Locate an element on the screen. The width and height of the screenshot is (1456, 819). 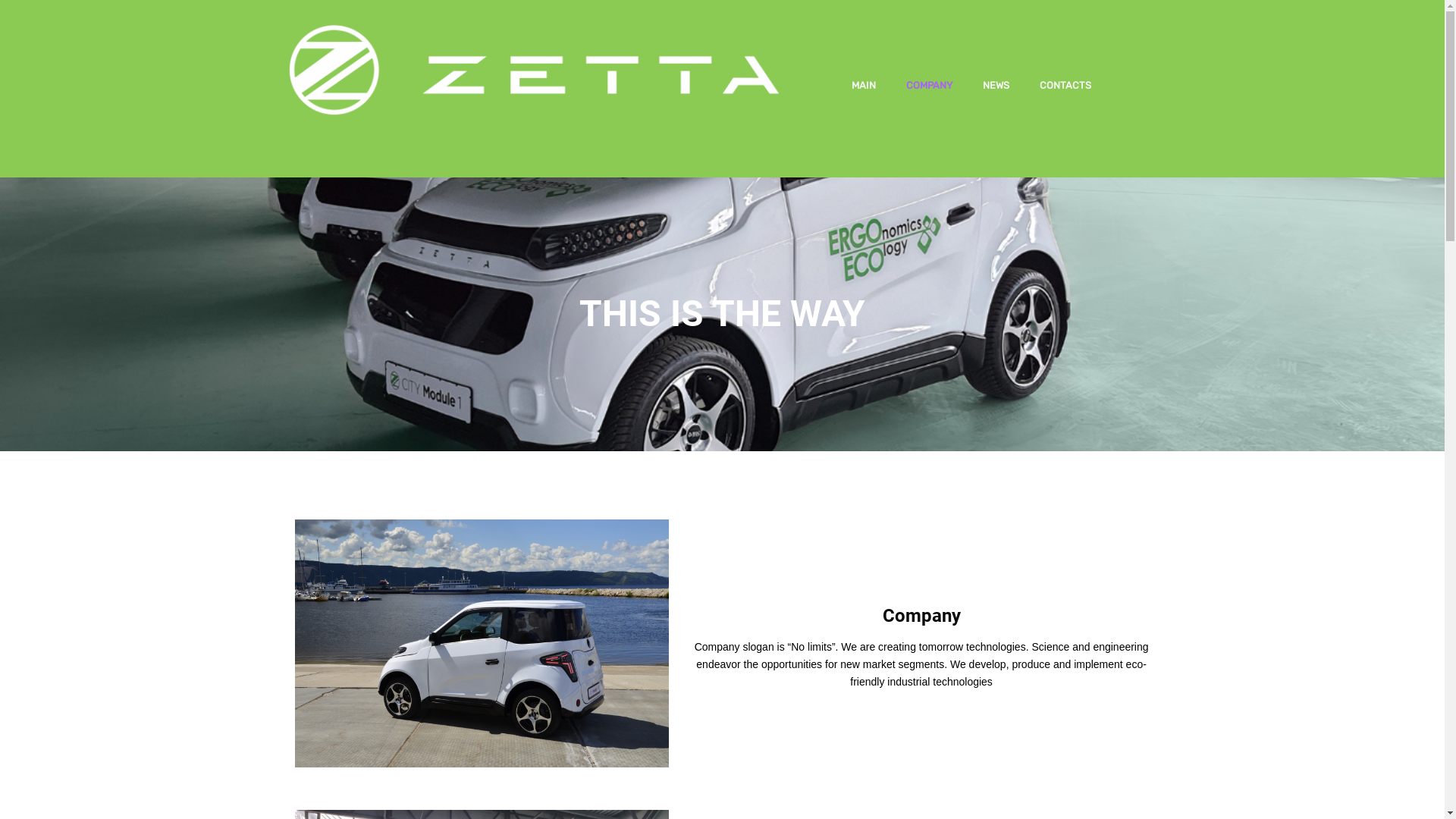
'NEWS' is located at coordinates (996, 85).